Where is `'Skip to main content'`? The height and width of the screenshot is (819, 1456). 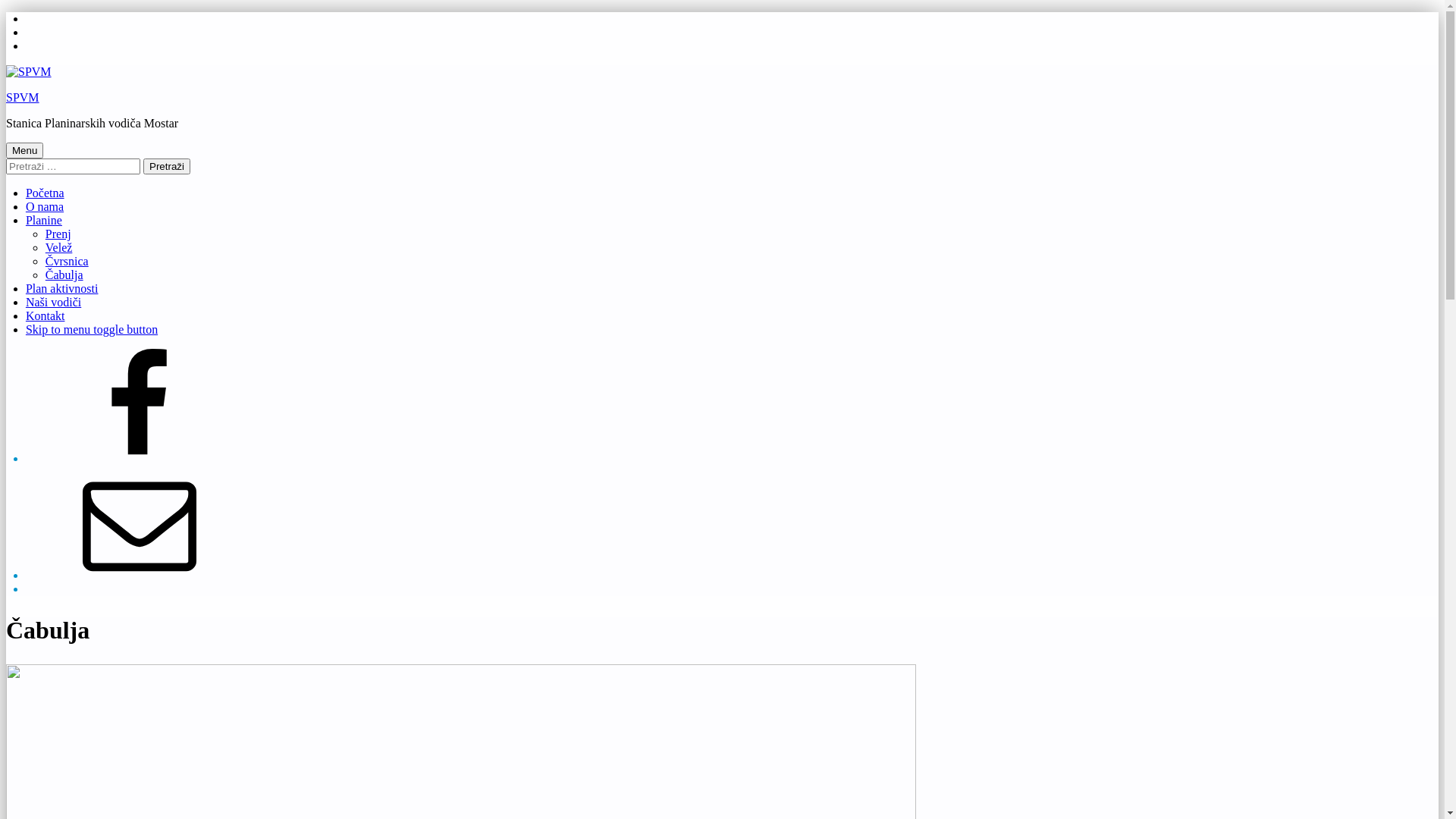 'Skip to main content' is located at coordinates (25, 25).